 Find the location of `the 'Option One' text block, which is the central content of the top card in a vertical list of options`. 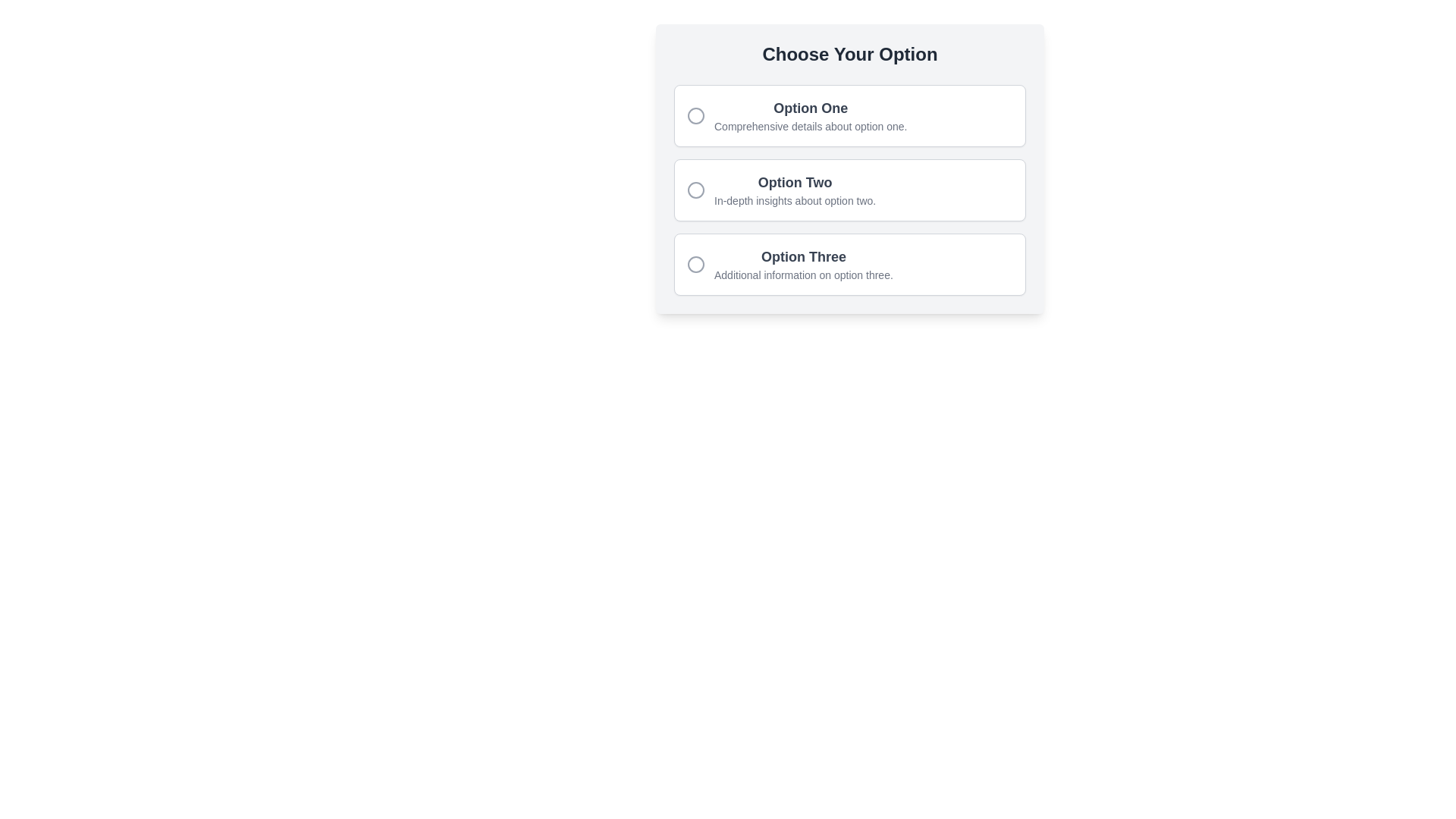

the 'Option One' text block, which is the central content of the top card in a vertical list of options is located at coordinates (810, 115).